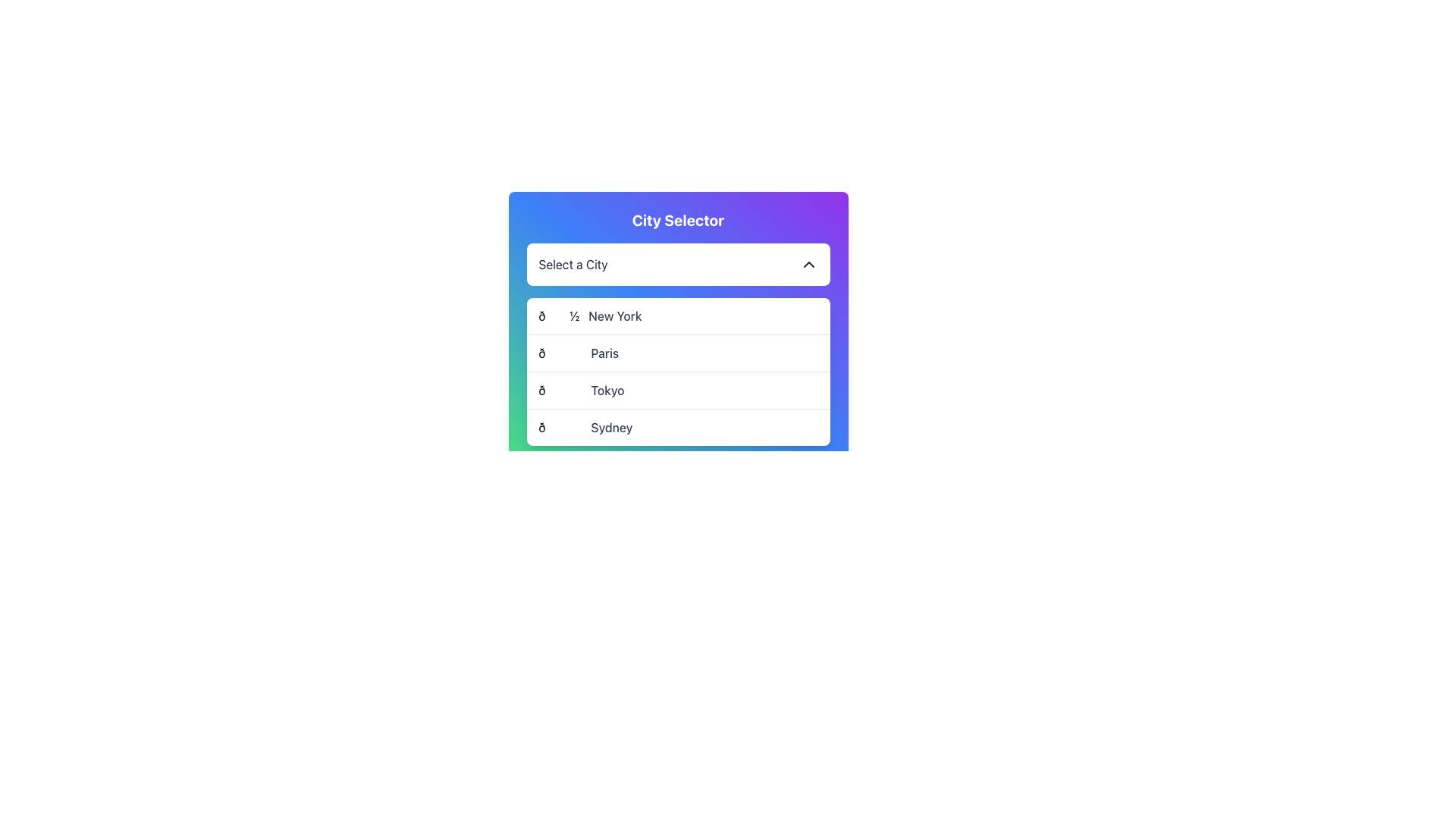 This screenshot has width=1456, height=819. I want to click on the text label for the city option 'Paris' in the dropdown menu, so click(604, 353).